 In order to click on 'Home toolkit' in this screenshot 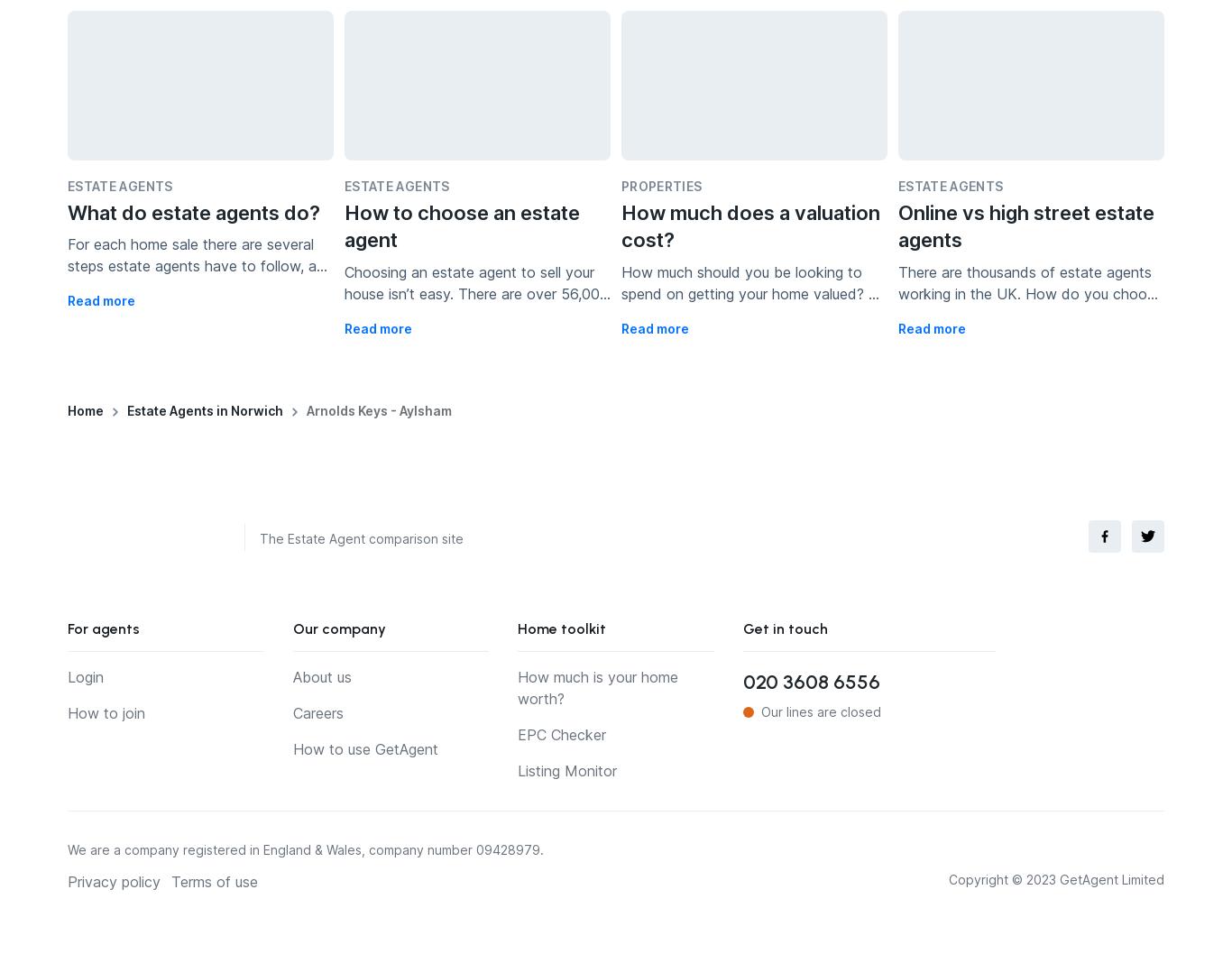, I will do `click(561, 628)`.